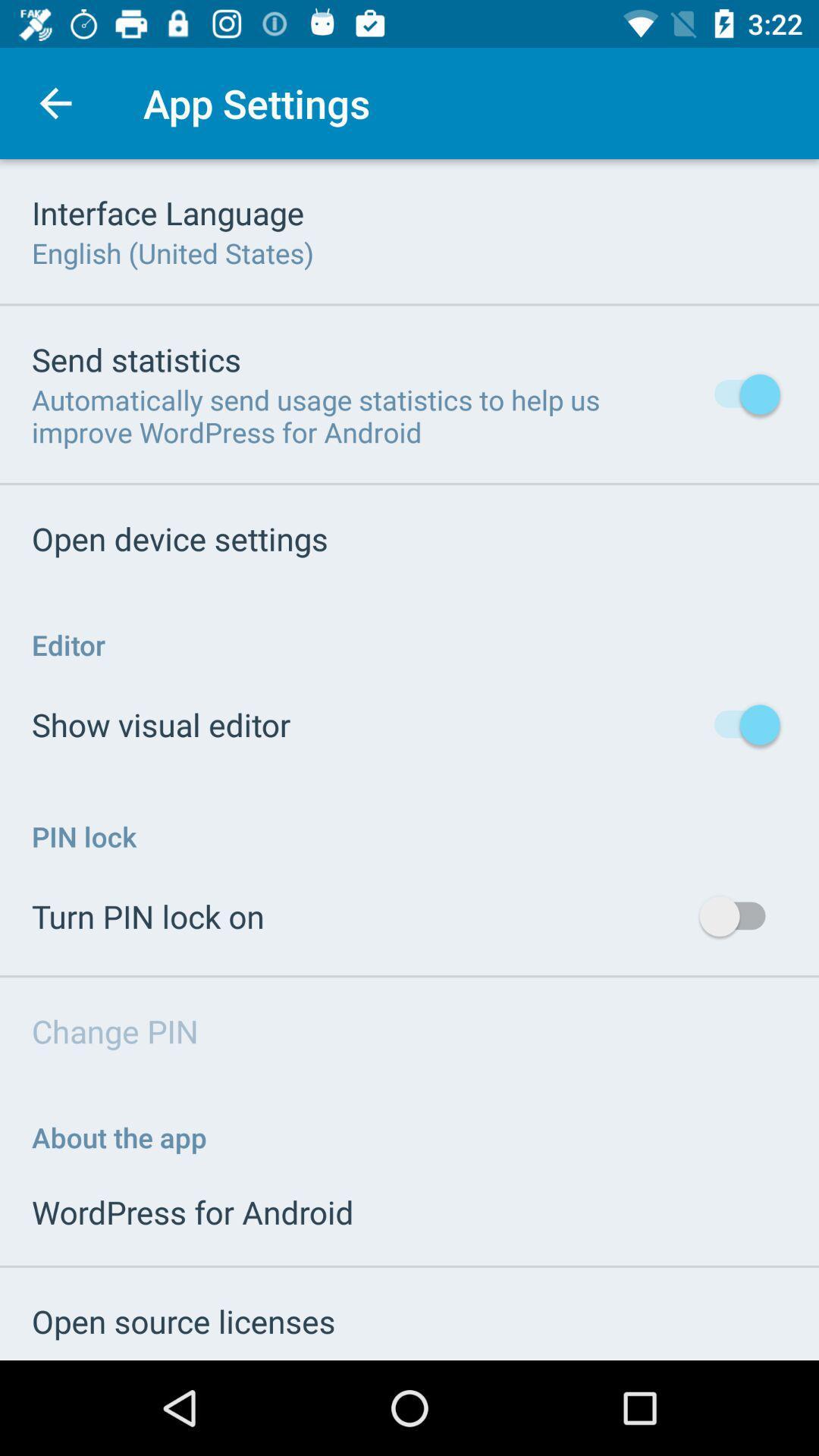  Describe the element at coordinates (118, 1137) in the screenshot. I see `about the app` at that location.